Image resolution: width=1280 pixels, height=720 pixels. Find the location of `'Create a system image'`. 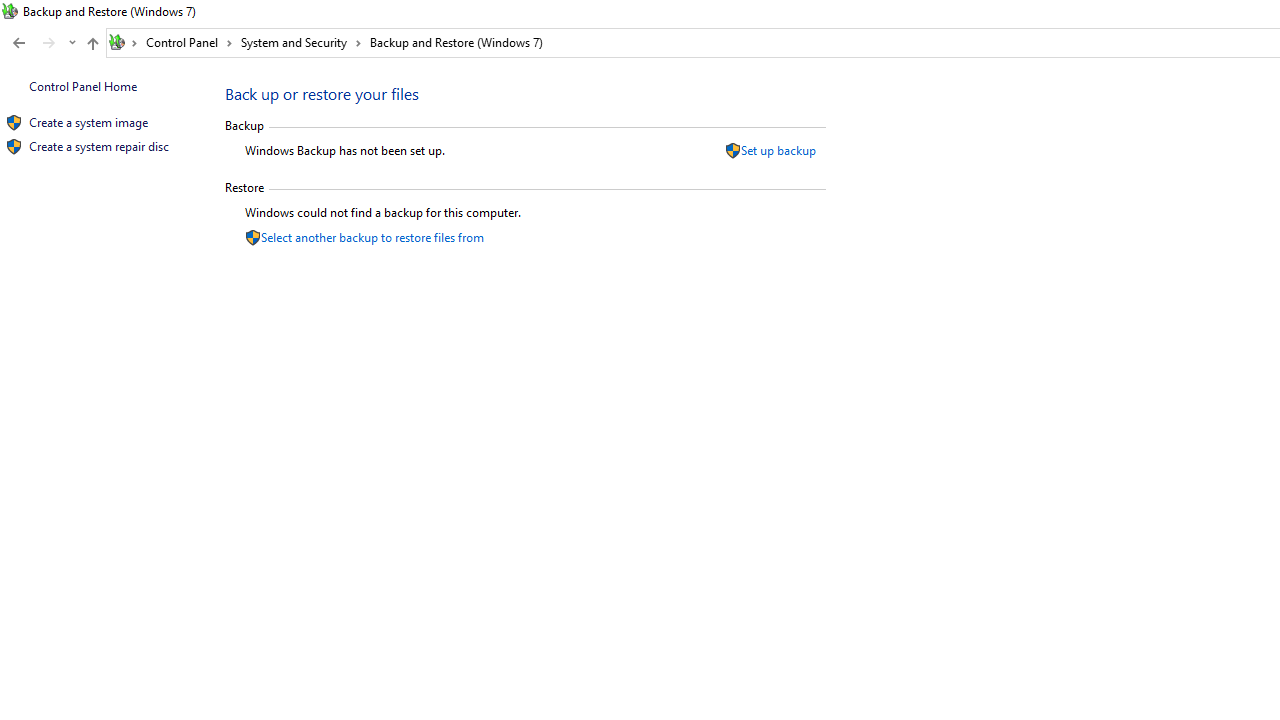

'Create a system image' is located at coordinates (87, 122).